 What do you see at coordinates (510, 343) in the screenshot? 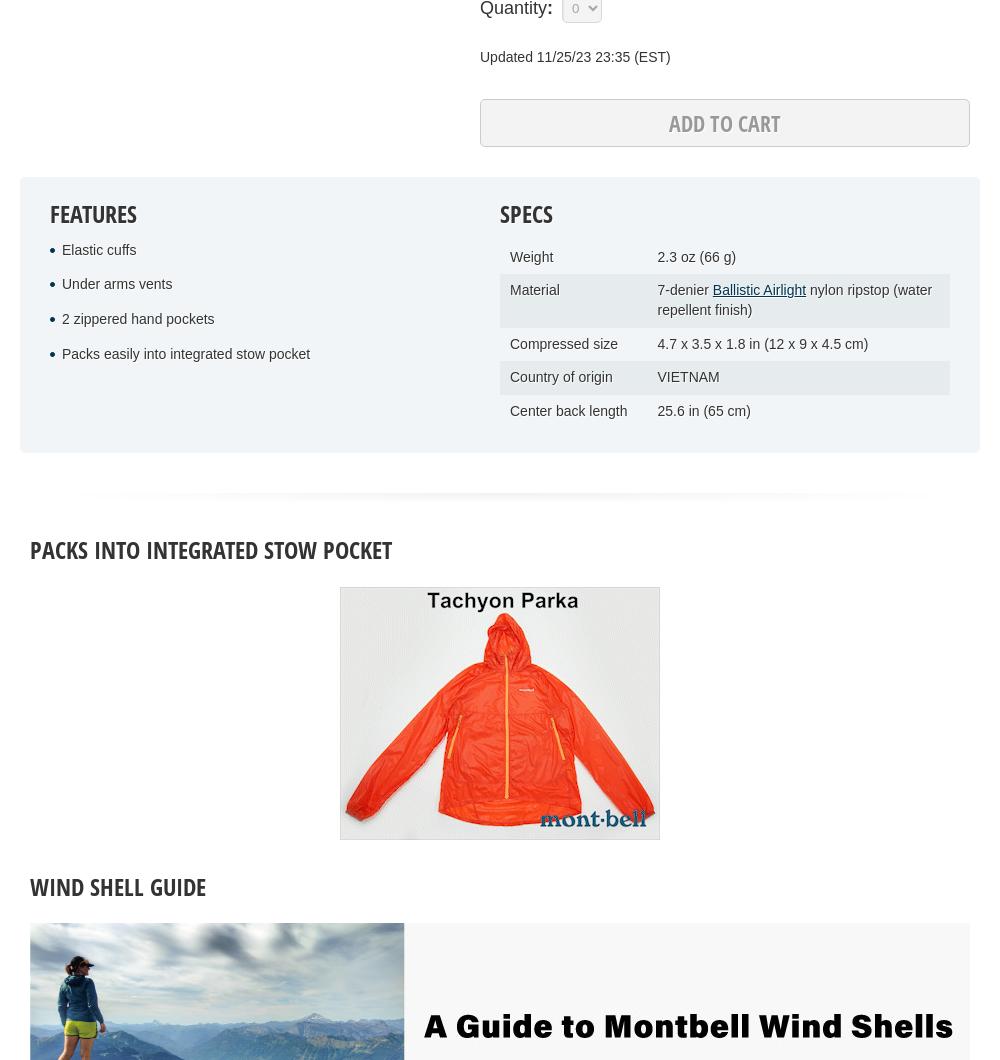
I see `'Compressed size'` at bounding box center [510, 343].